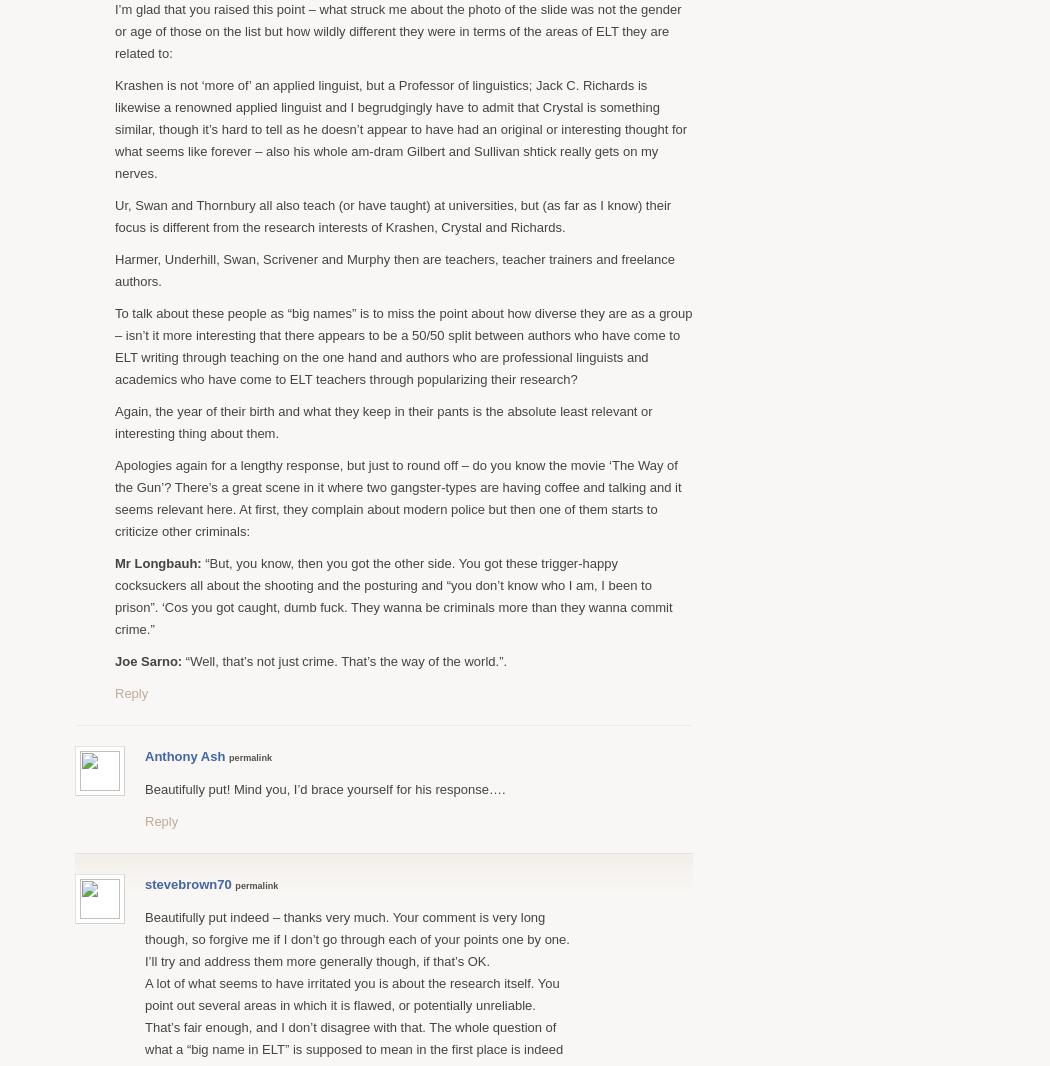 Image resolution: width=1050 pixels, height=1066 pixels. I want to click on 'Harmer, Underhill, Swan, Scrivener and Murphy then are teachers, teacher trainers and freelance authors.', so click(113, 269).